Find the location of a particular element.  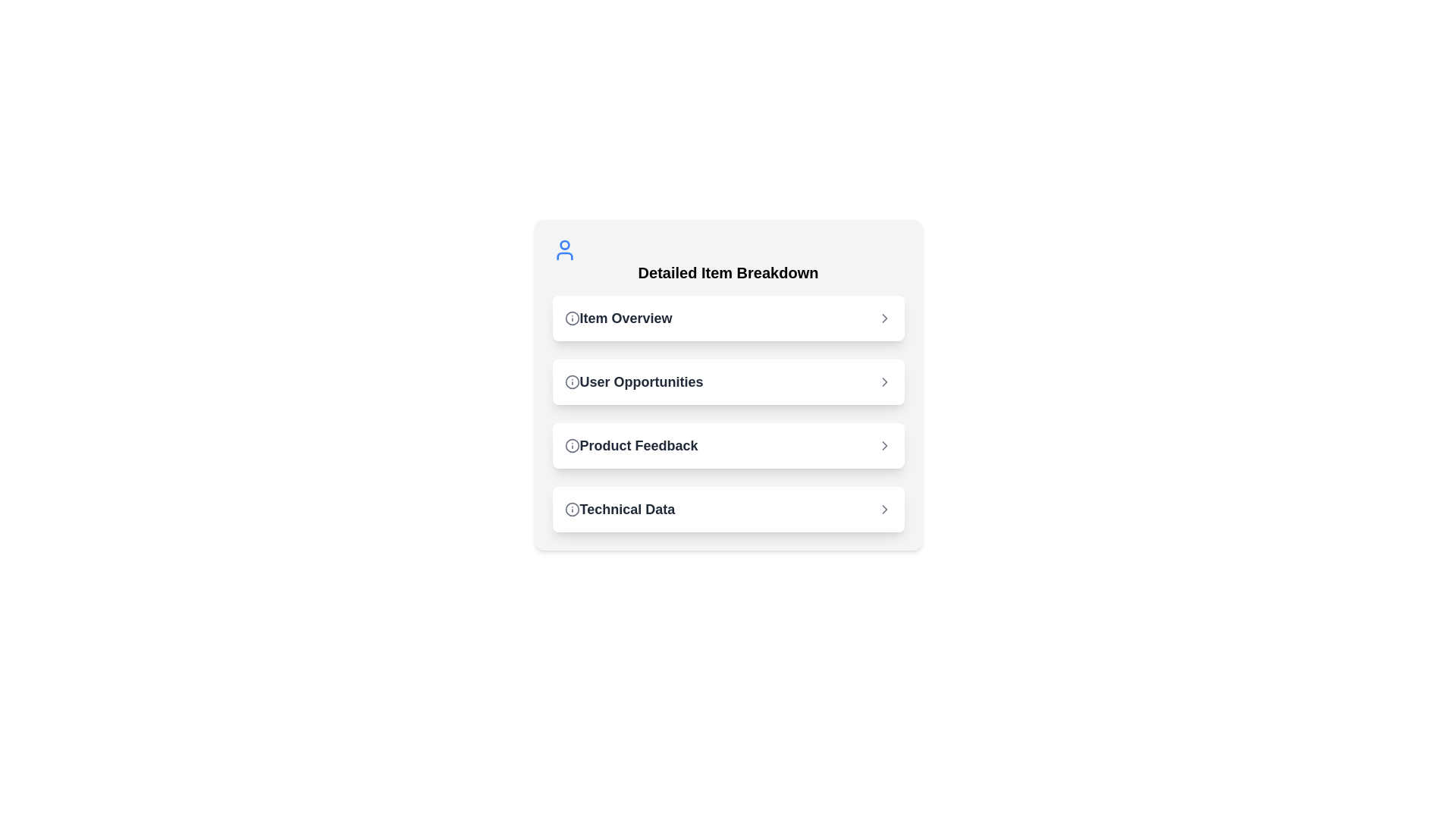

the right-pointing arrow icon located at the far right of the 'Item Overview' row is located at coordinates (884, 318).